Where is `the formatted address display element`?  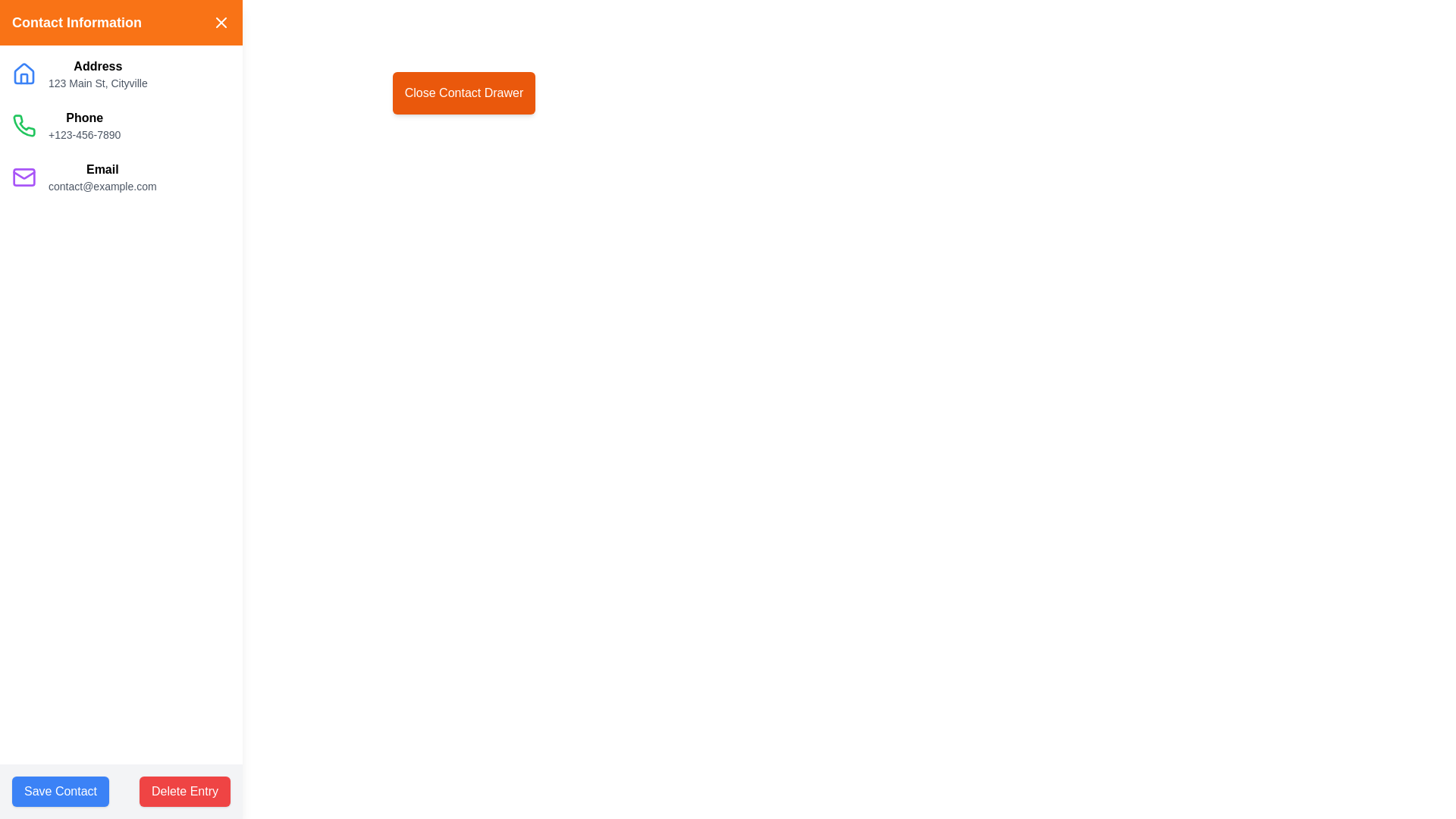
the formatted address display element is located at coordinates (97, 74).